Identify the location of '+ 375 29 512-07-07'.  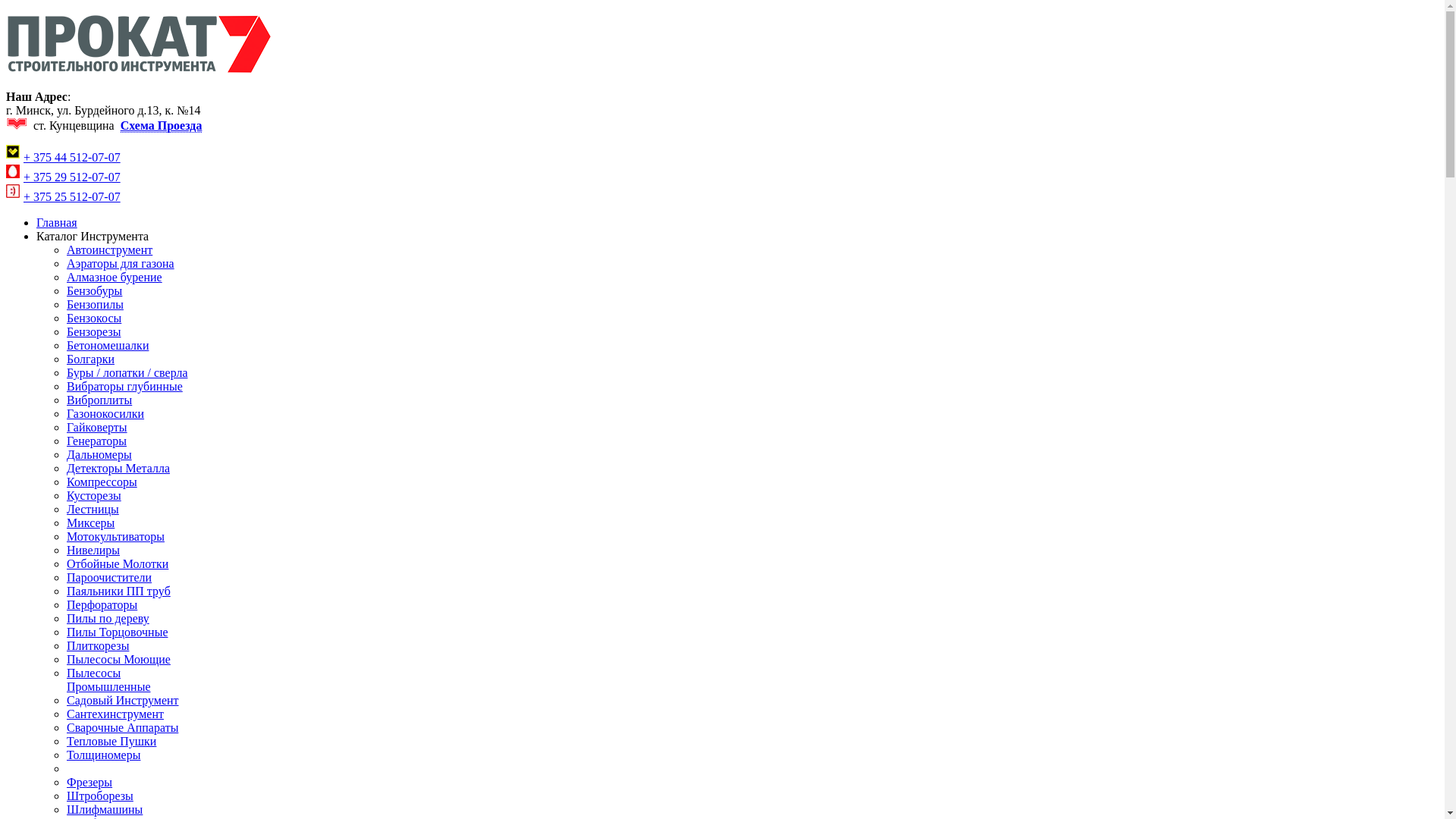
(71, 176).